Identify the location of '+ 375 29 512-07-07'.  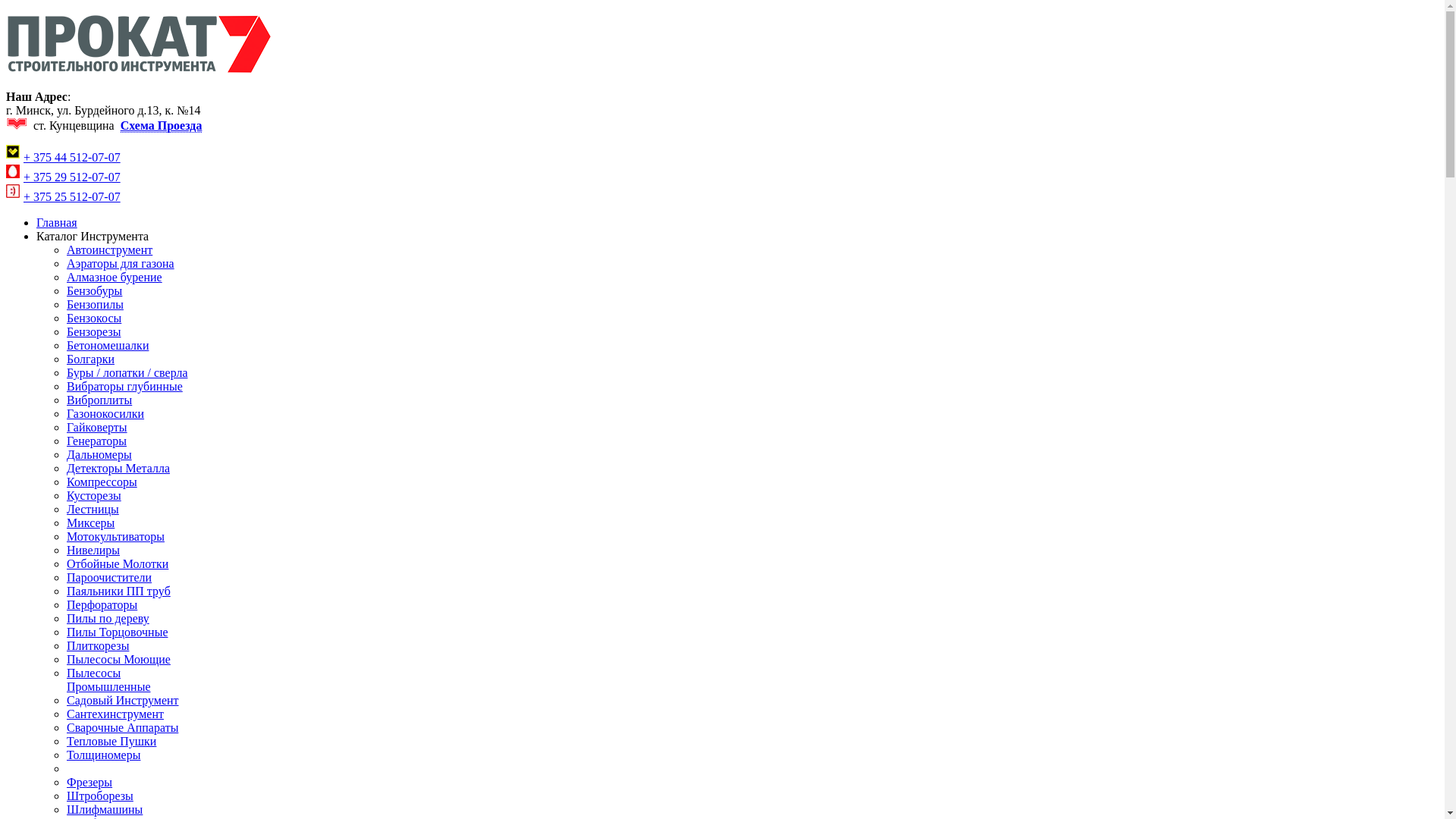
(71, 176).